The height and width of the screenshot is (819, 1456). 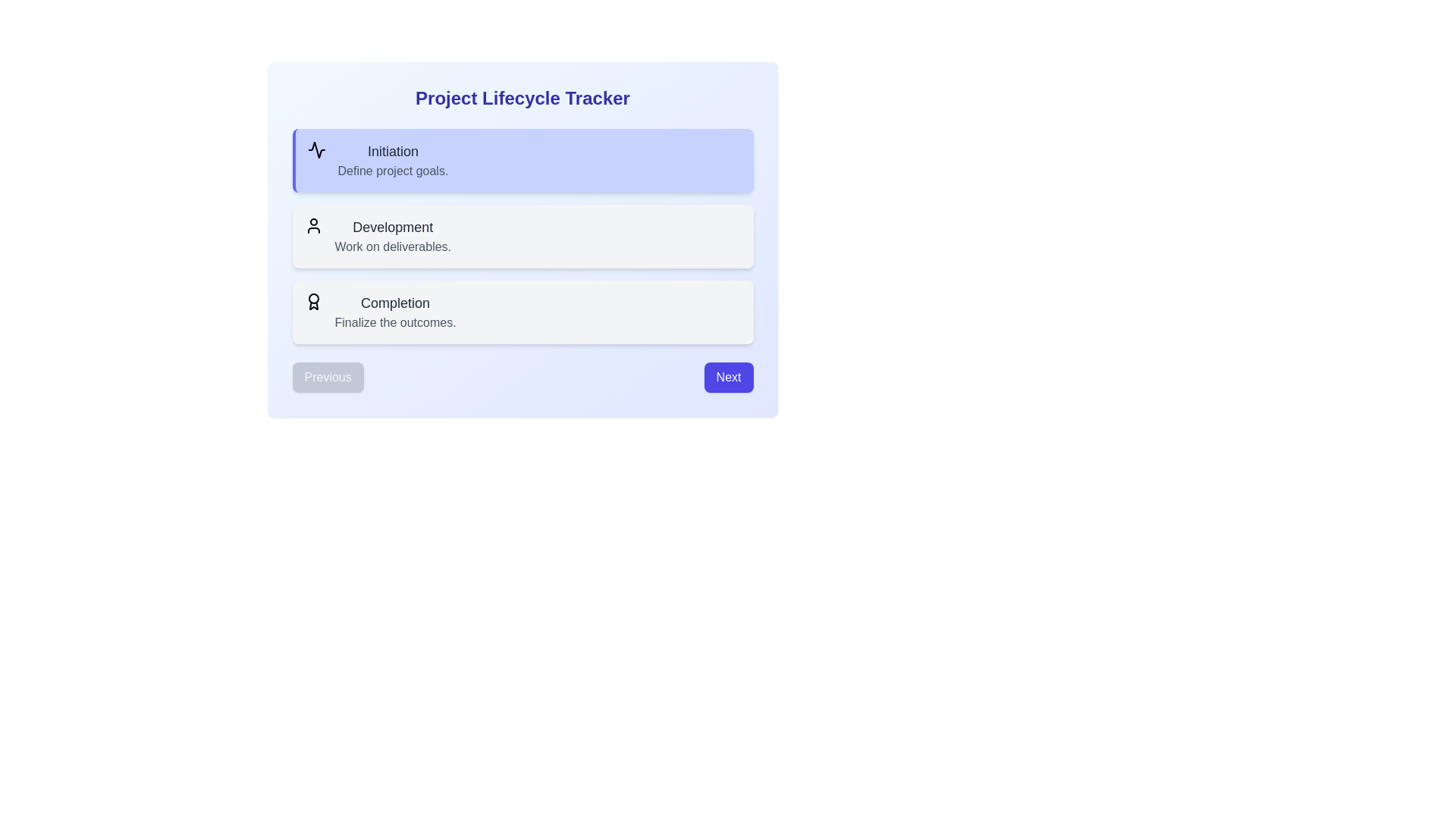 What do you see at coordinates (395, 322) in the screenshot?
I see `the static text label displaying 'Finalize the outcomes.' located beneath the 'Completion' heading in the third section of the list` at bounding box center [395, 322].